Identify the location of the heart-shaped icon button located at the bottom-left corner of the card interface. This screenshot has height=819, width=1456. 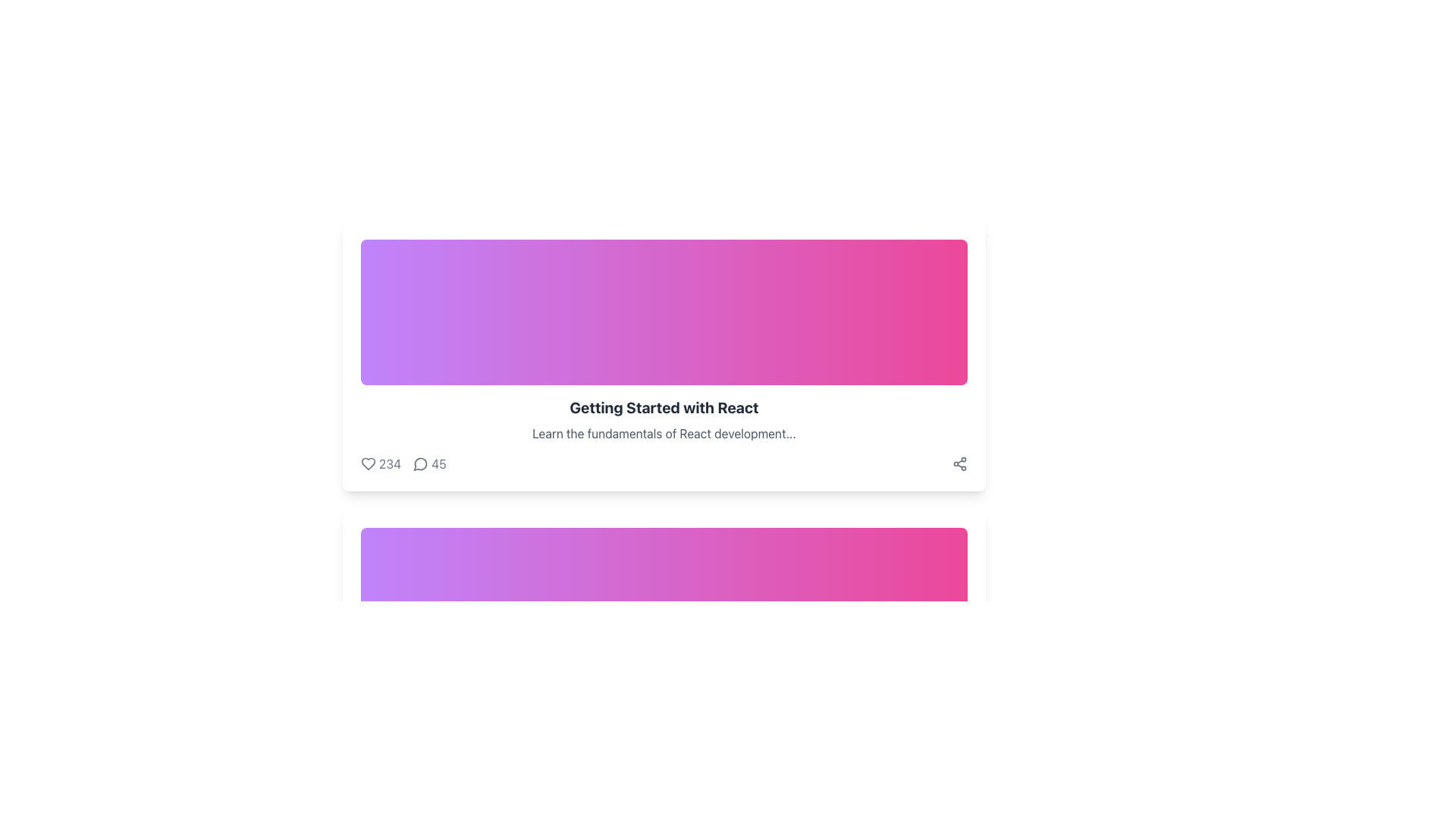
(368, 463).